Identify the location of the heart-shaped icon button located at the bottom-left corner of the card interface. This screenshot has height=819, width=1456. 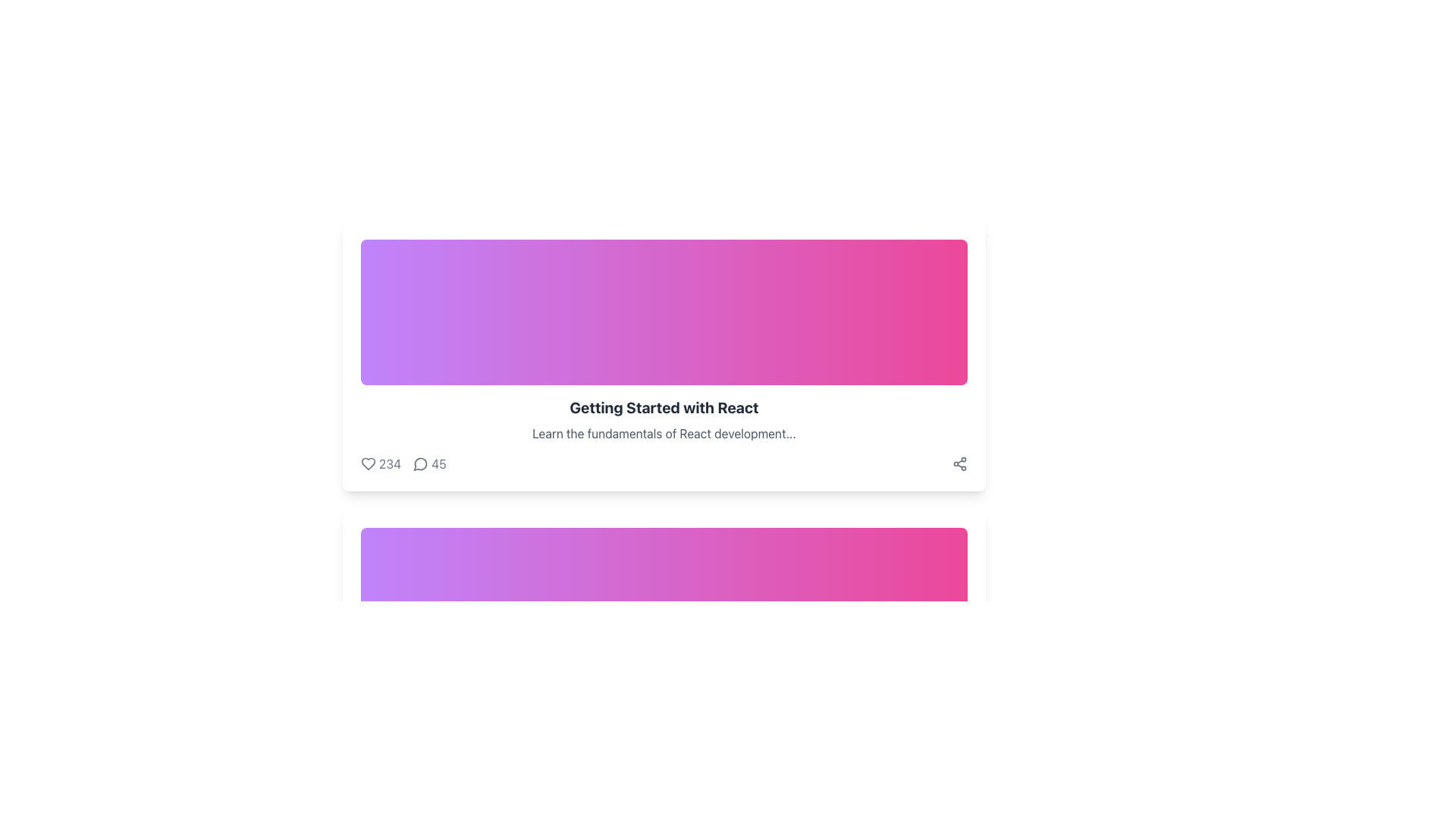
(368, 463).